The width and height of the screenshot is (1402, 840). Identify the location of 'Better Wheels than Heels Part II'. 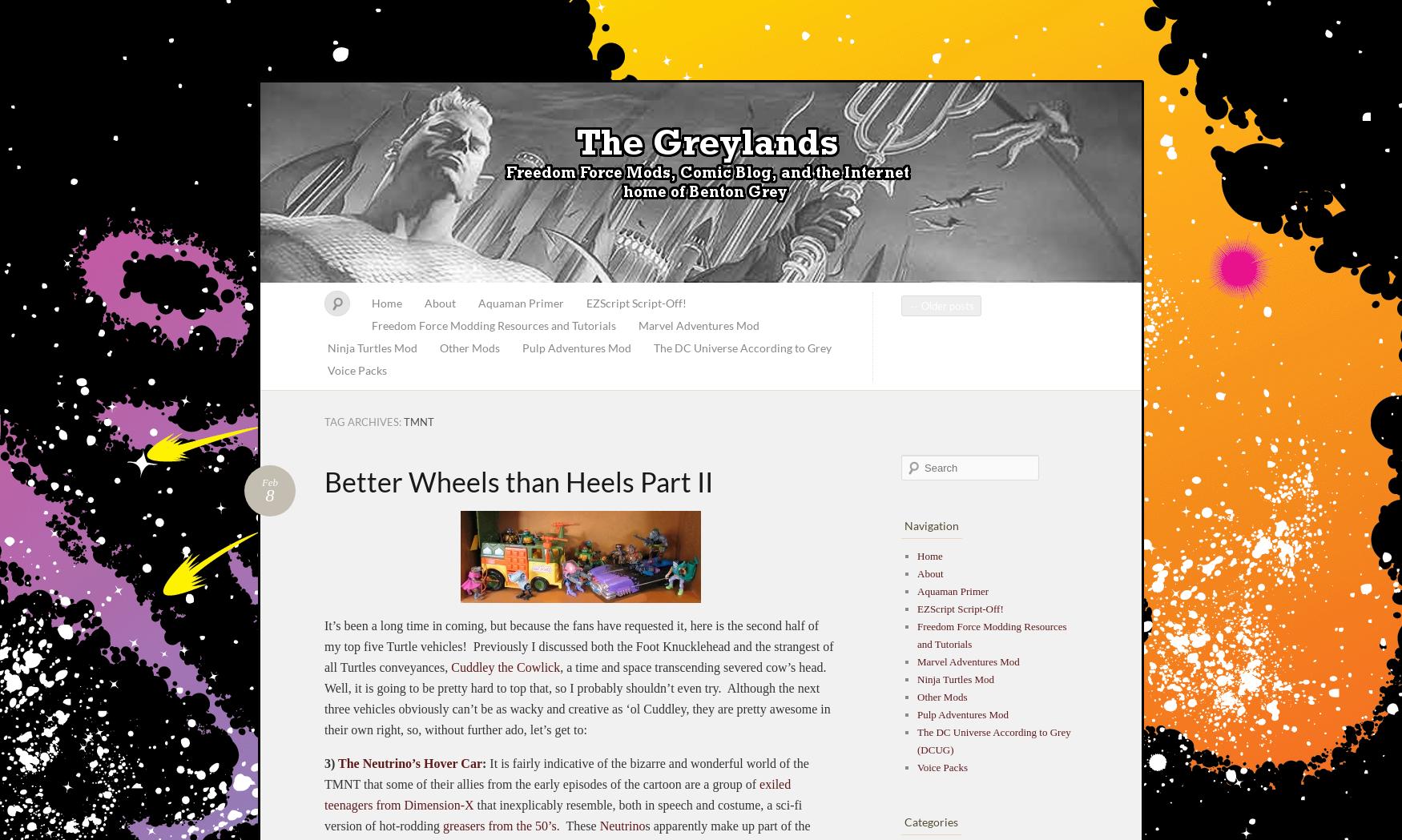
(518, 480).